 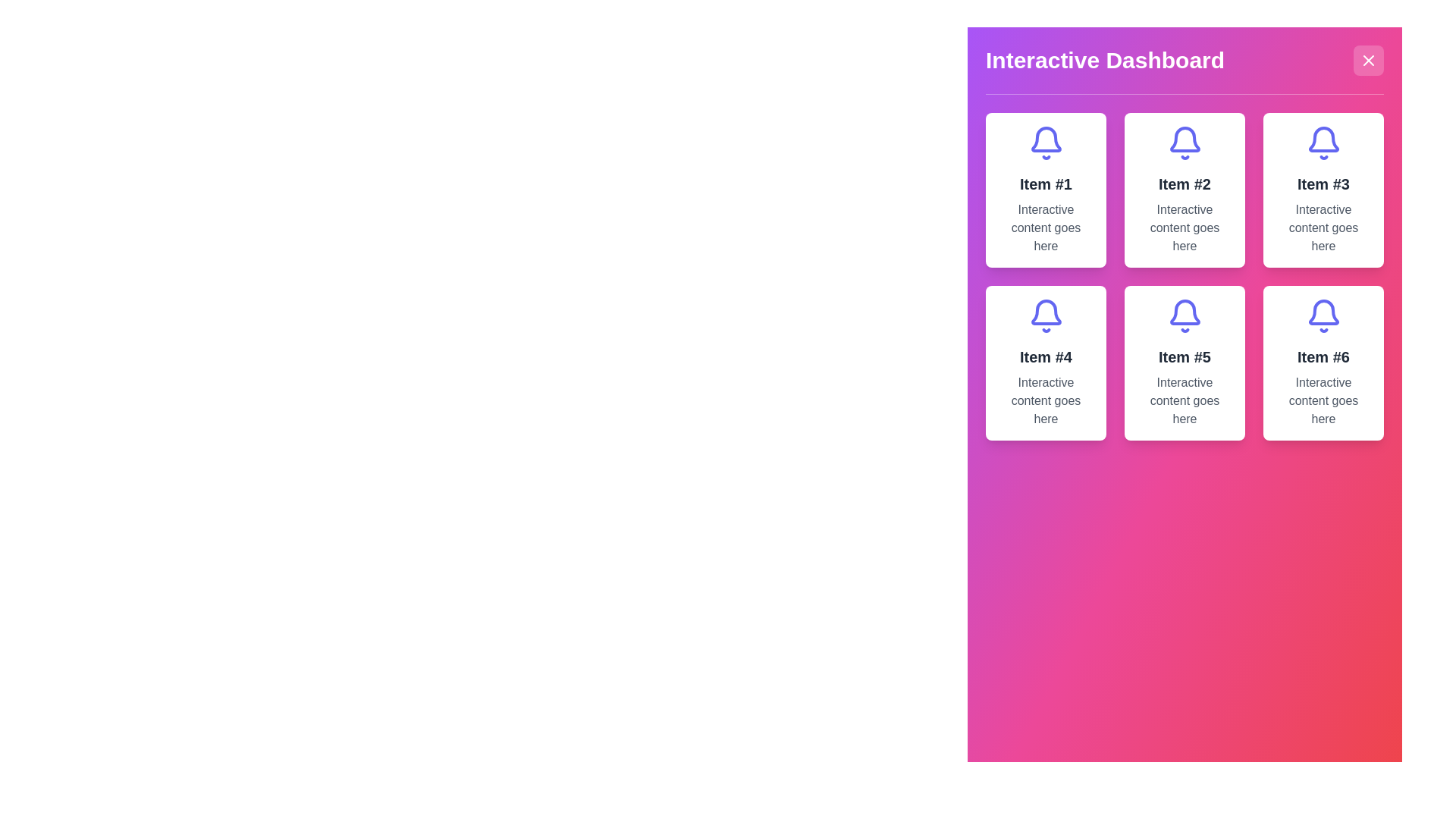 I want to click on descriptive text label located within the card labeled 'Item #6', positioned at the bottom-right corner of the grid layout, directly under the title text 'Item #6', so click(x=1323, y=400).